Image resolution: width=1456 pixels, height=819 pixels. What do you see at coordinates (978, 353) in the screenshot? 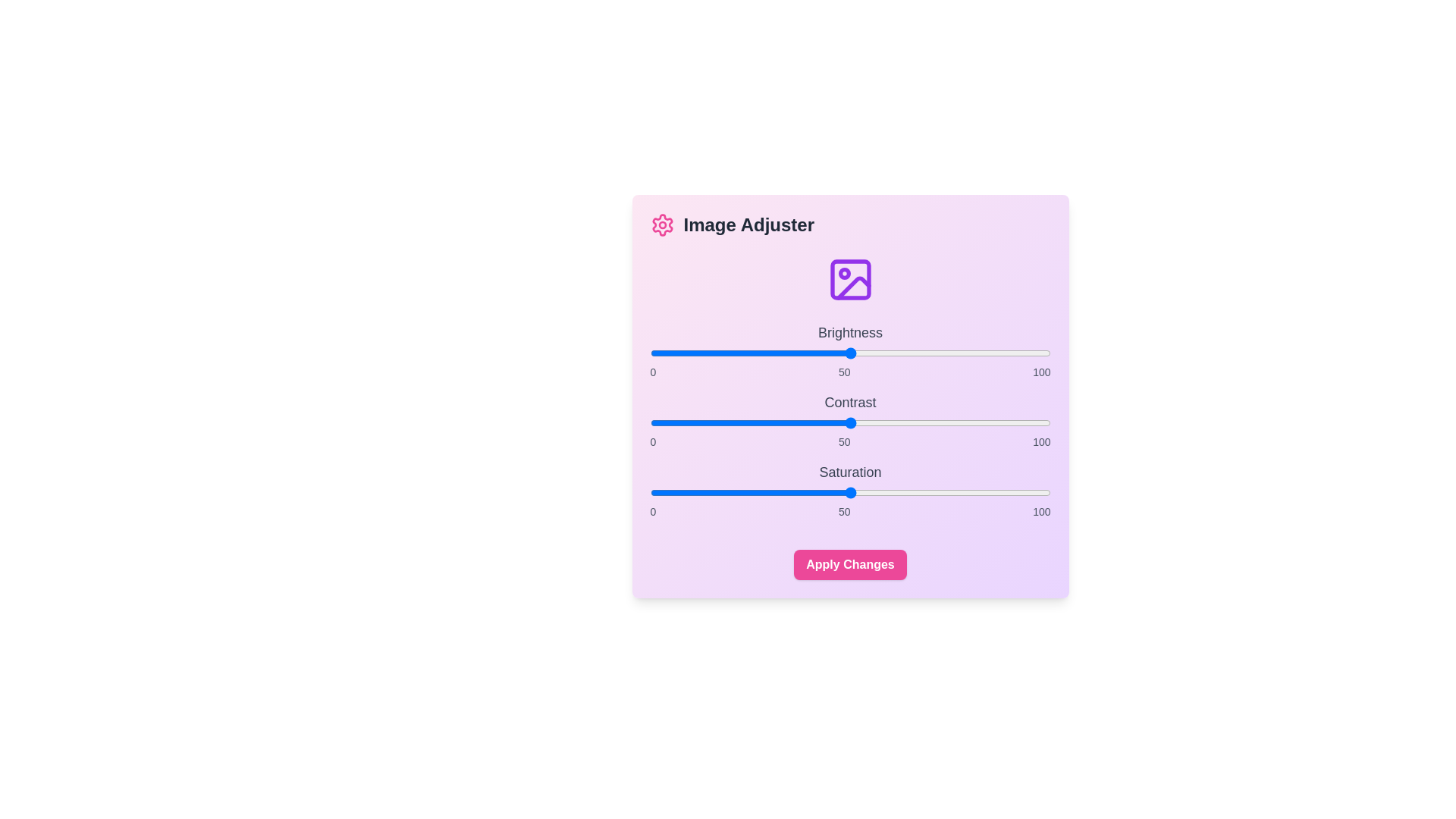
I see `the brightness slider to 82 value` at bounding box center [978, 353].